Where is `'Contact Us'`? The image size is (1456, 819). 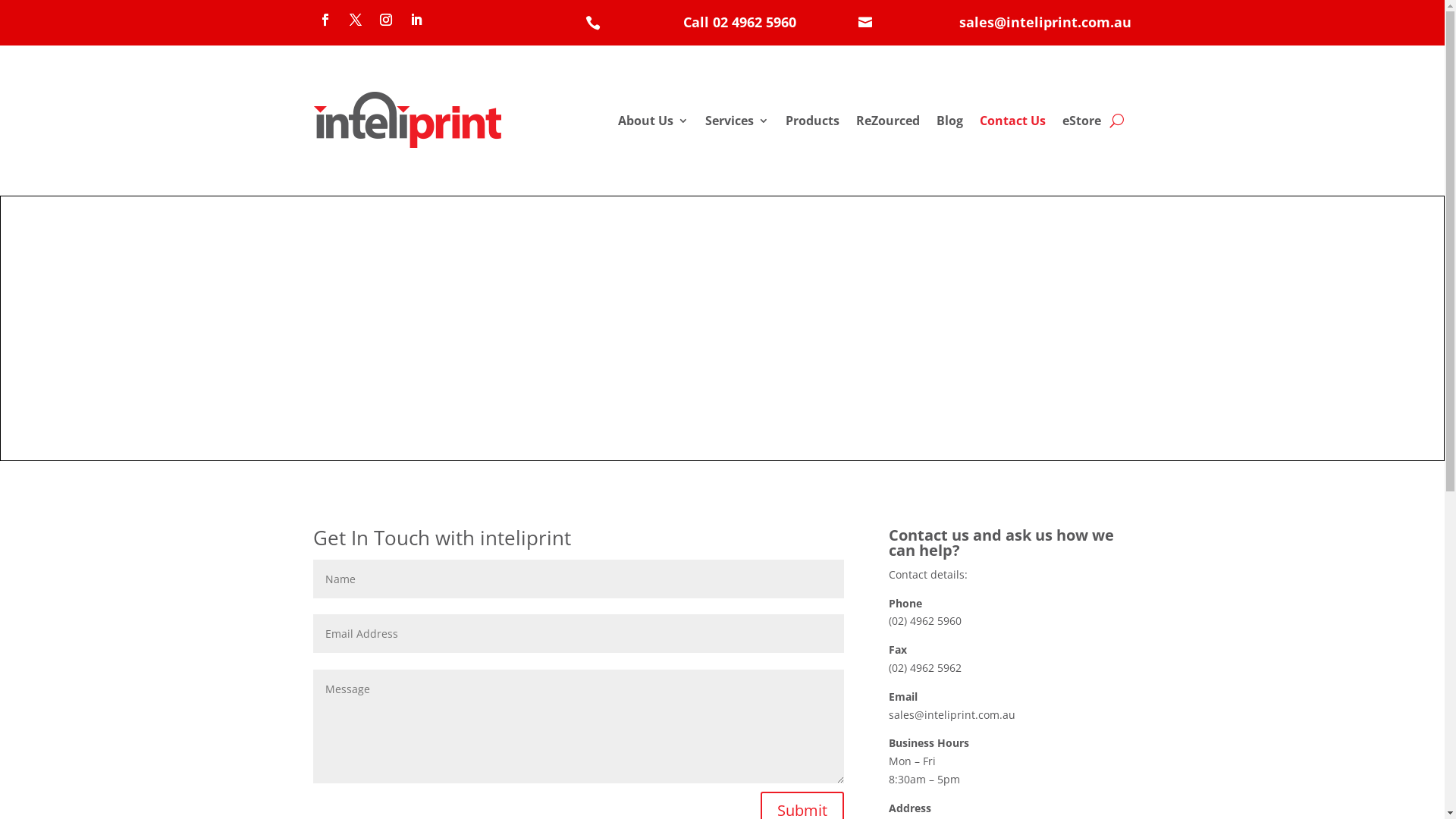 'Contact Us' is located at coordinates (1012, 119).